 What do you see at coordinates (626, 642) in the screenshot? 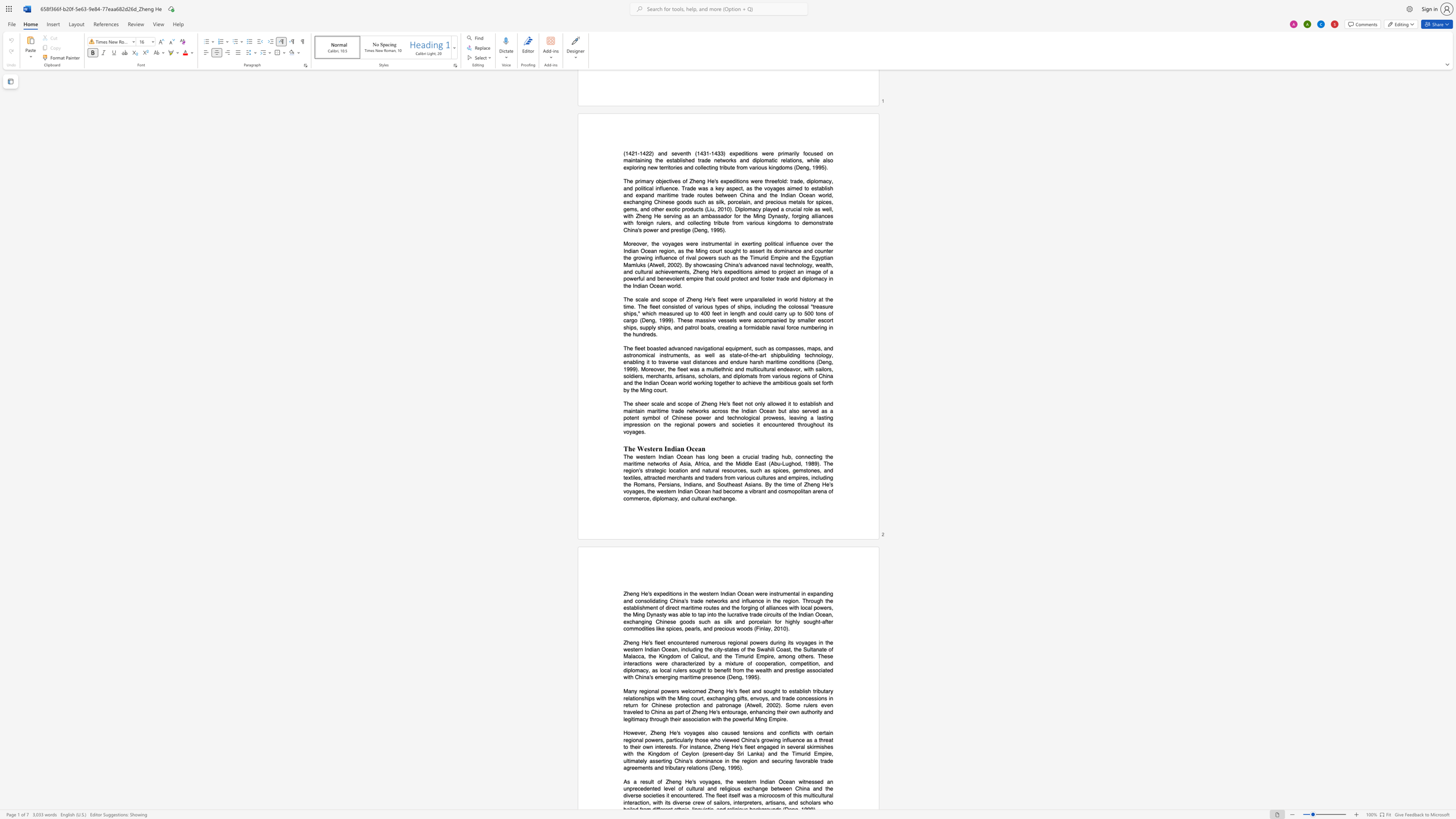
I see `the subset text "heng He" within the text "Zheng He"` at bounding box center [626, 642].